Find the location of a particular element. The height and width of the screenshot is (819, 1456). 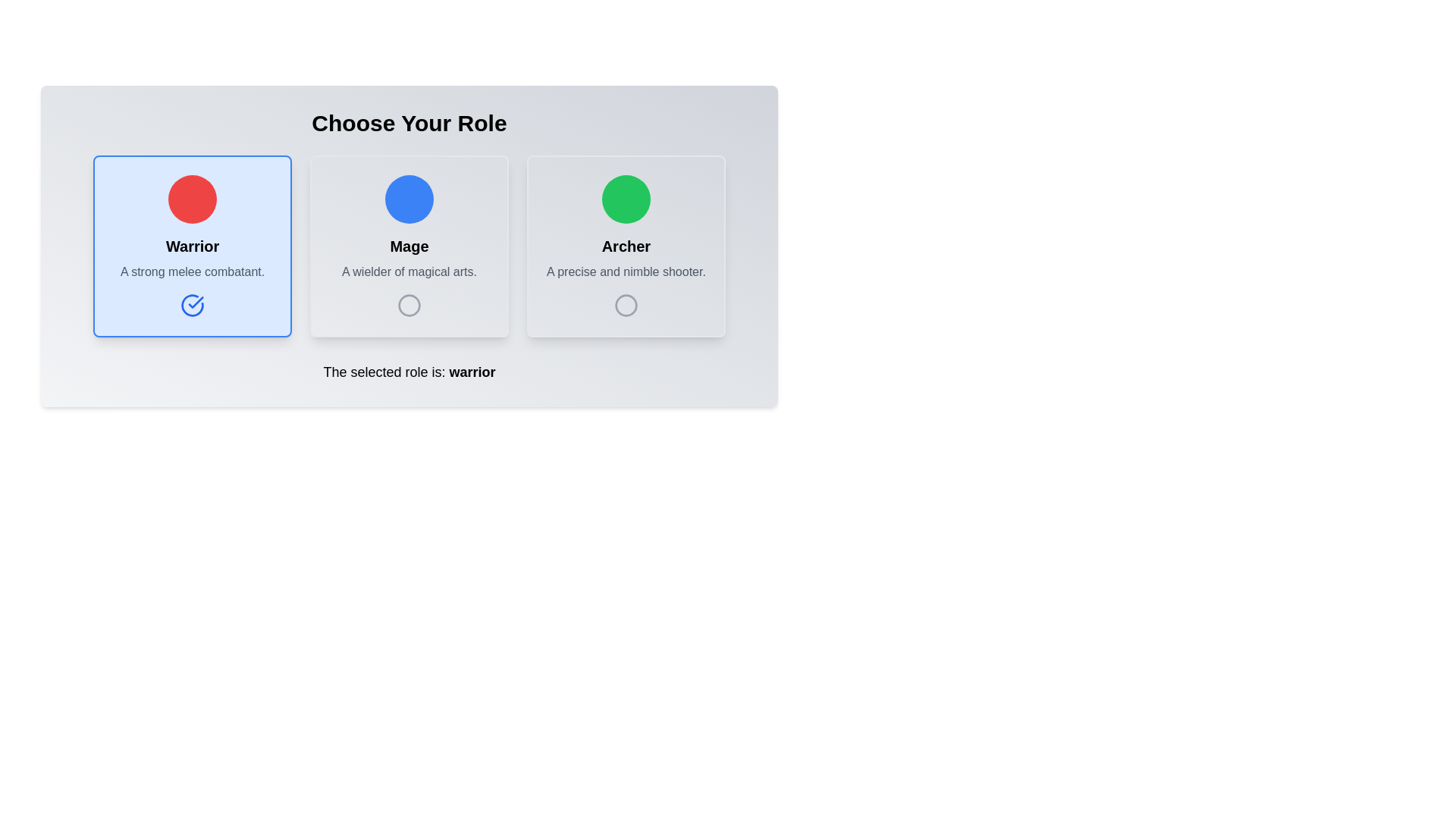

on the 'Warrior' role selectable tile is located at coordinates (192, 245).